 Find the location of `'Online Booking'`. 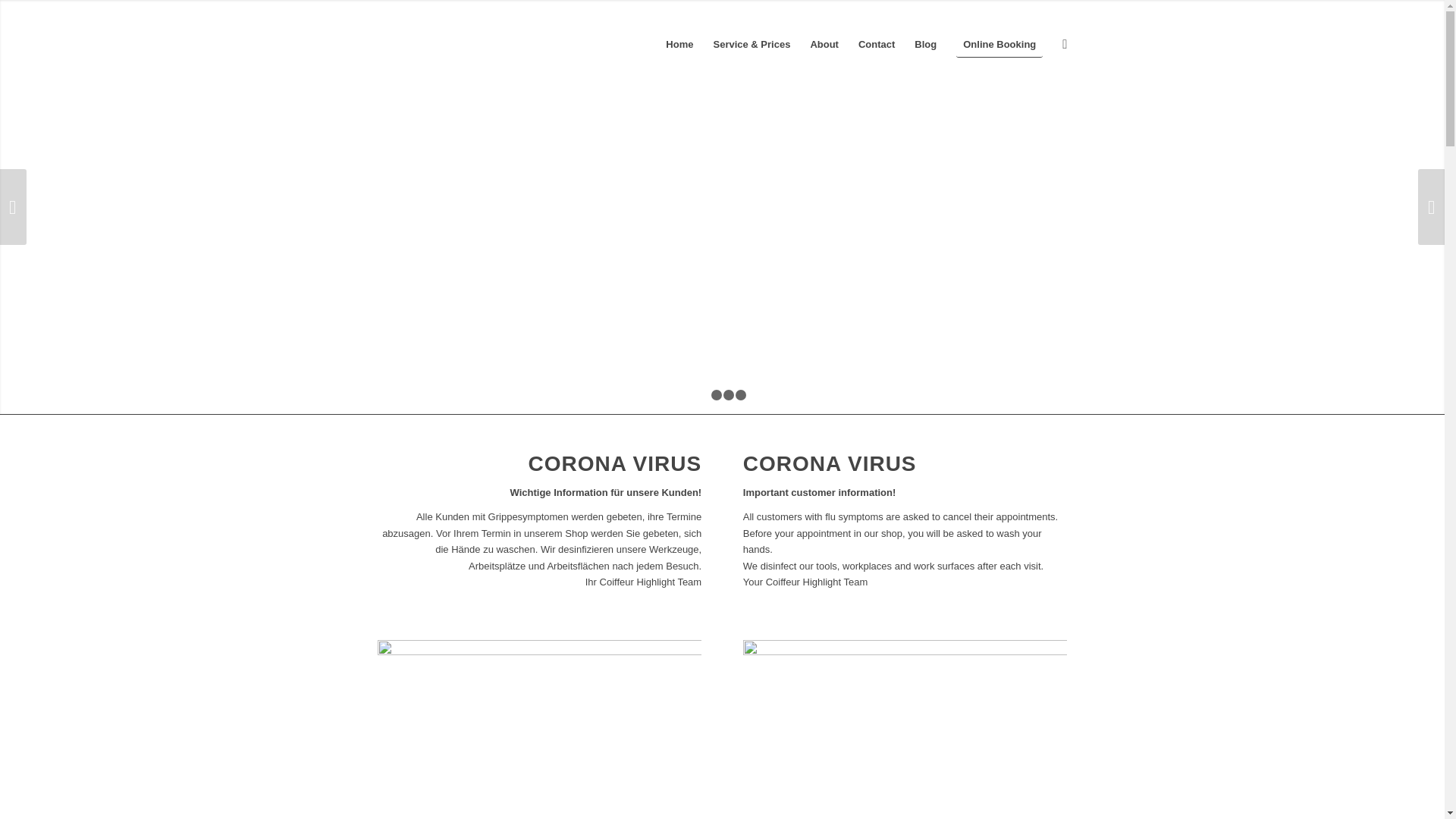

'Online Booking' is located at coordinates (999, 43).